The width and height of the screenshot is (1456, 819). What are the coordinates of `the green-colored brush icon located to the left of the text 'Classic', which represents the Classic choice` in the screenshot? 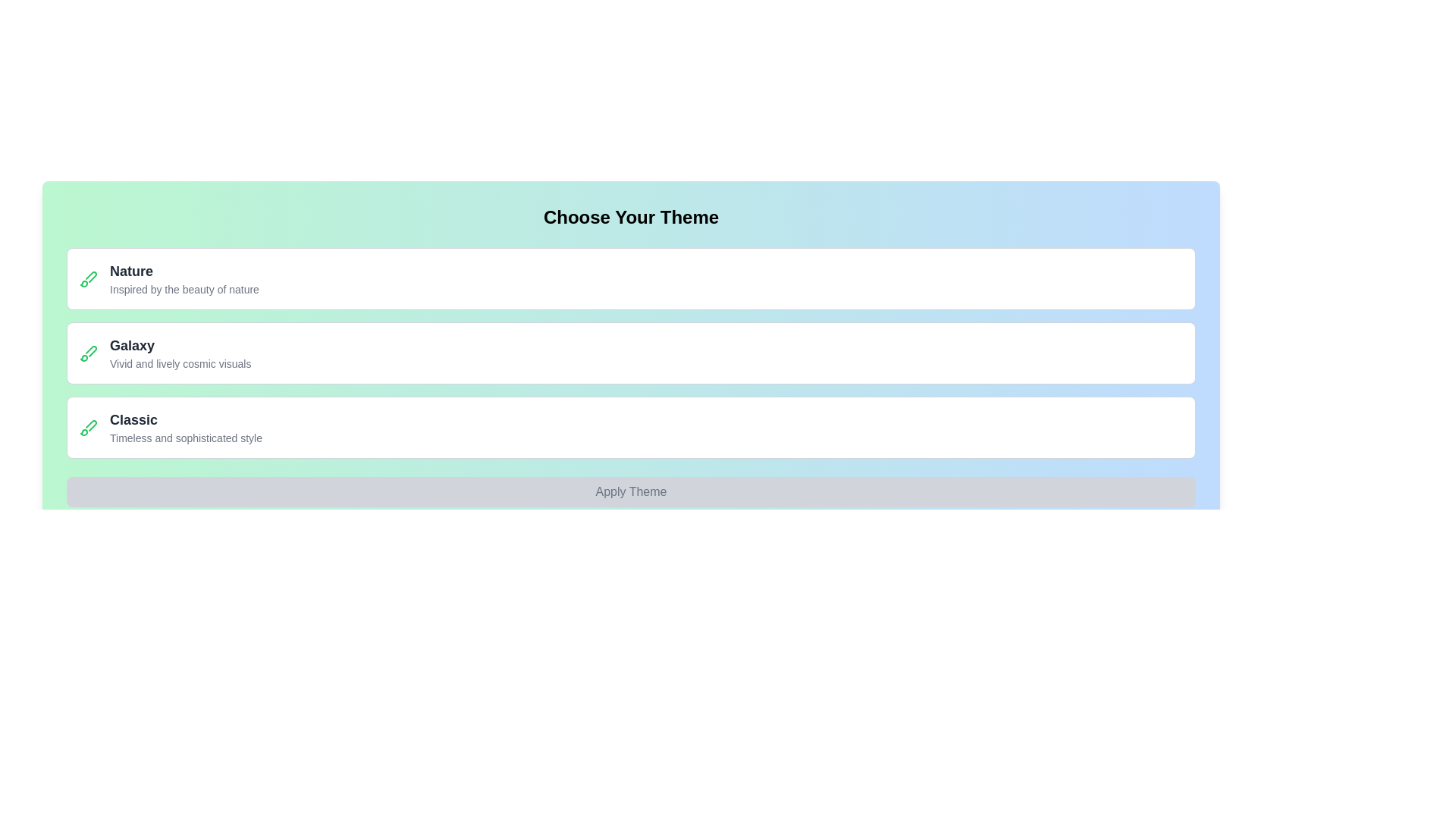 It's located at (87, 427).